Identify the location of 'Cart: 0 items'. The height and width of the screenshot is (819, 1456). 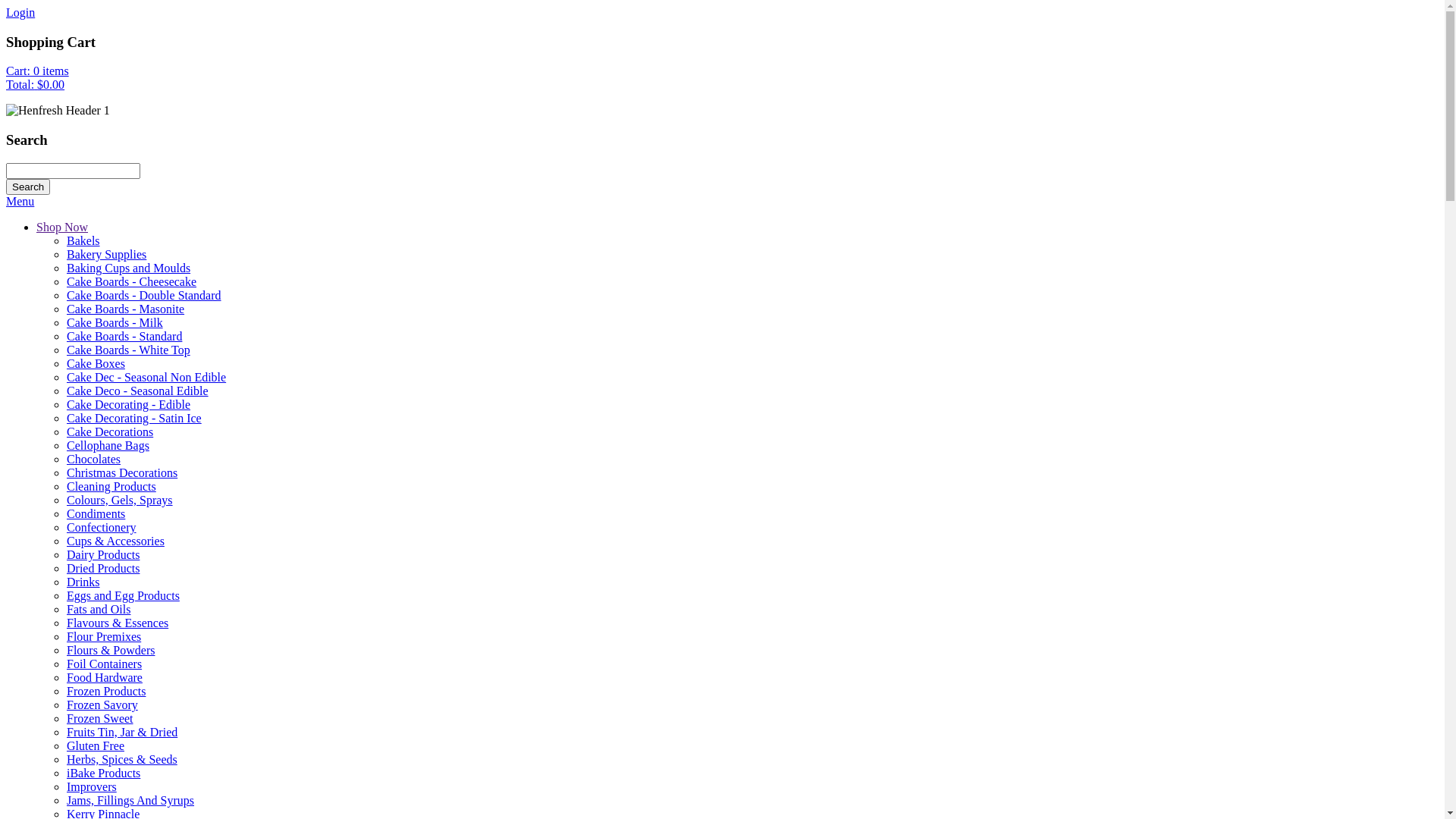
(37, 71).